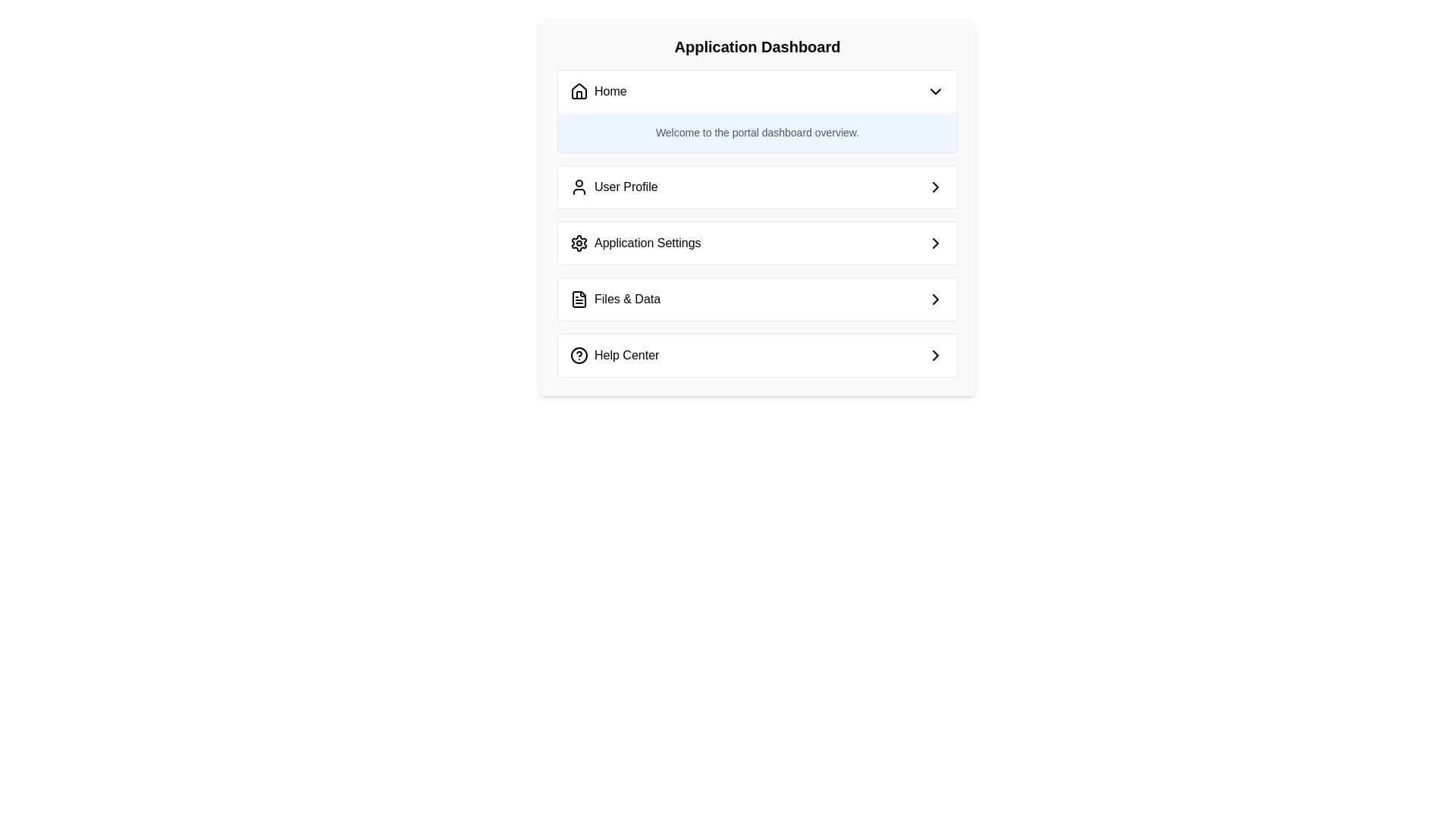 This screenshot has height=819, width=1456. Describe the element at coordinates (578, 356) in the screenshot. I see `the assistance-related icon located to the left of the 'Help Center' text label` at that location.